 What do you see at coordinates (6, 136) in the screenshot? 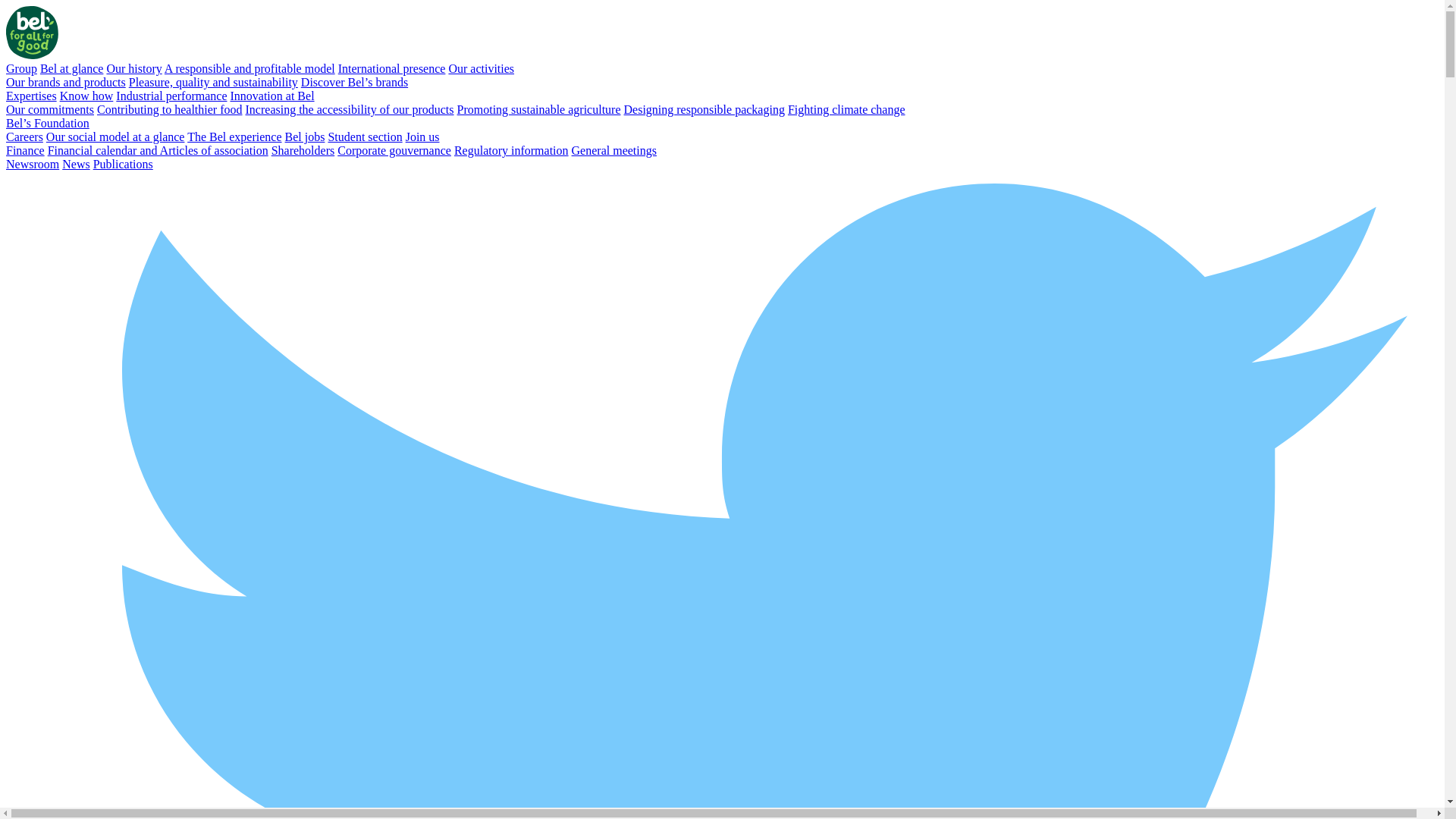
I see `'Careers'` at bounding box center [6, 136].